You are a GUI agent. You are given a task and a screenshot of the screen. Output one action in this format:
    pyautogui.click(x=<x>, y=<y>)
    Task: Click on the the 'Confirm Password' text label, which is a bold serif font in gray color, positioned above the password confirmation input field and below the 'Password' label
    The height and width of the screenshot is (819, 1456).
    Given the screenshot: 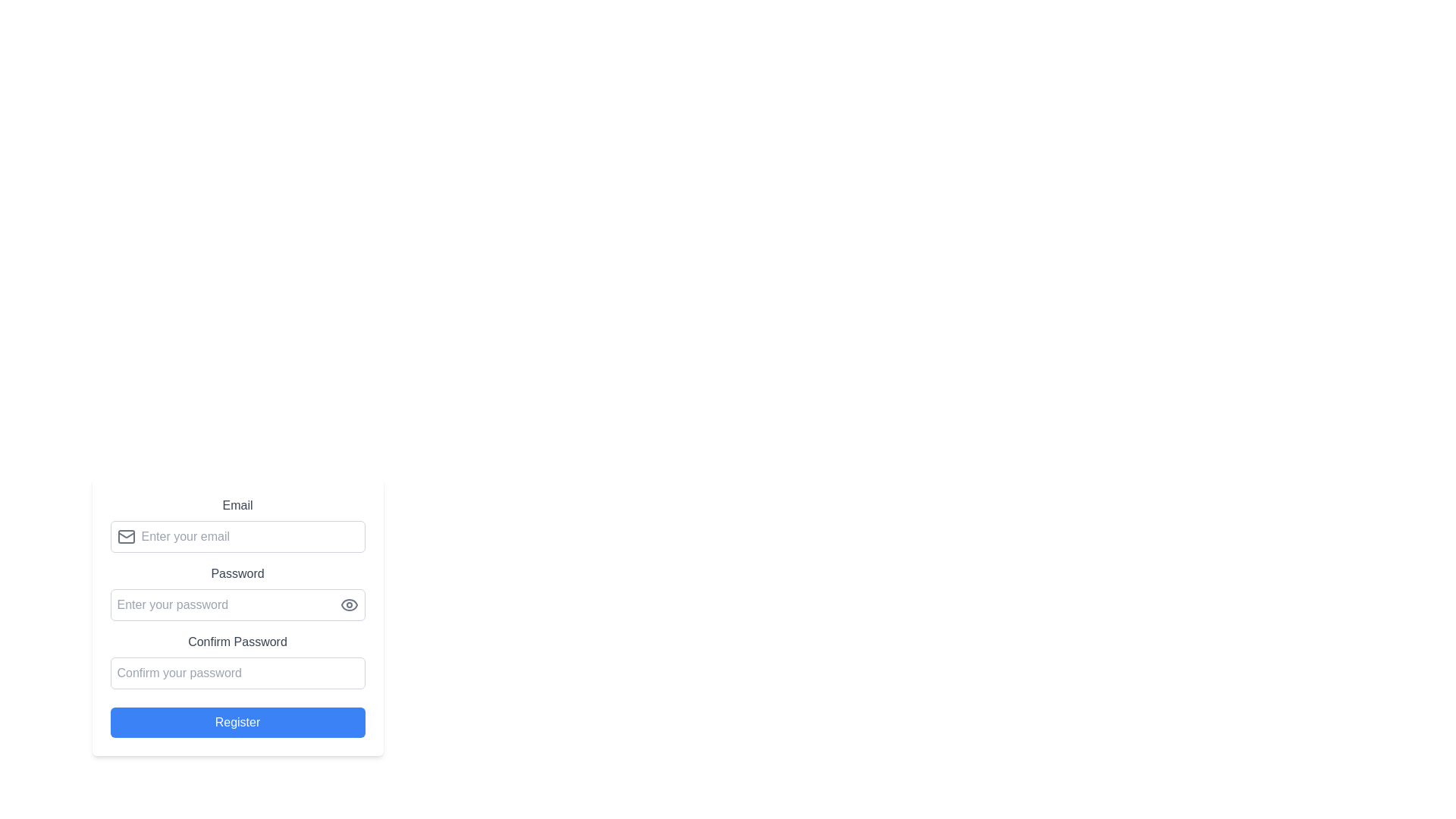 What is the action you would take?
    pyautogui.click(x=237, y=642)
    